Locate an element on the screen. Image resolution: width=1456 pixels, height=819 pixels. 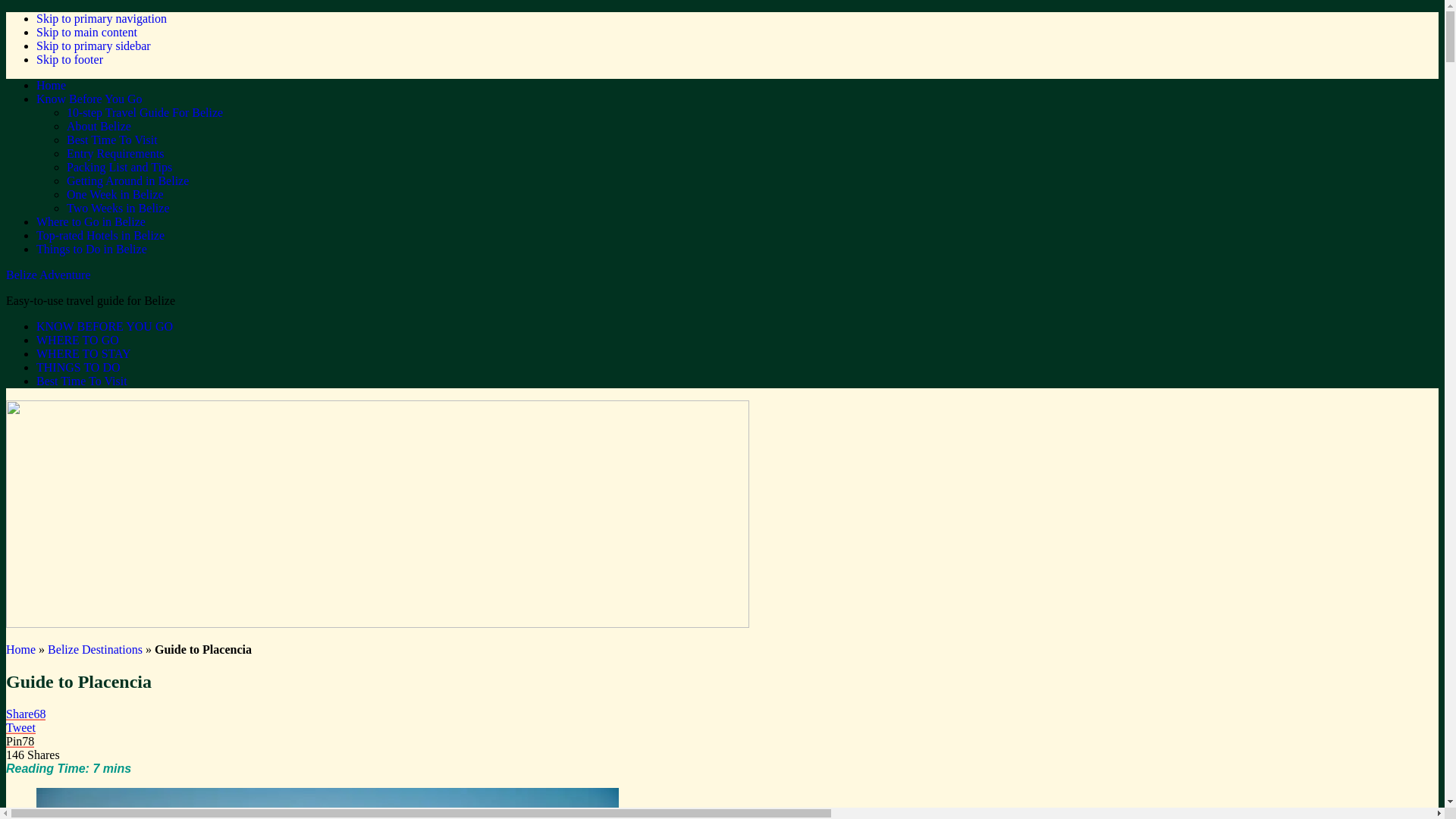
'Belize Destinations' is located at coordinates (94, 648).